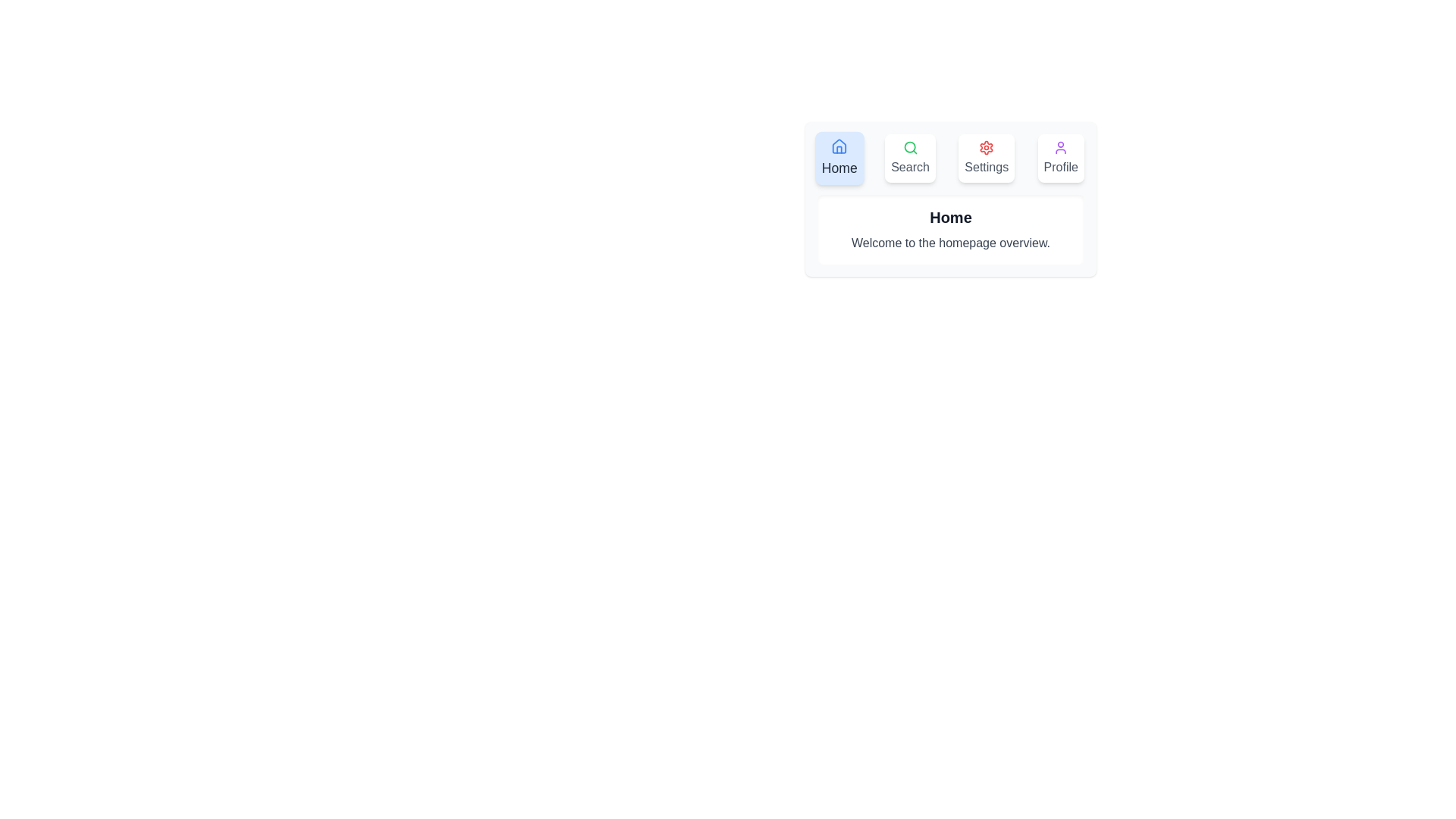  Describe the element at coordinates (987, 158) in the screenshot. I see `the tab labeled Settings to observe its hover effect` at that location.